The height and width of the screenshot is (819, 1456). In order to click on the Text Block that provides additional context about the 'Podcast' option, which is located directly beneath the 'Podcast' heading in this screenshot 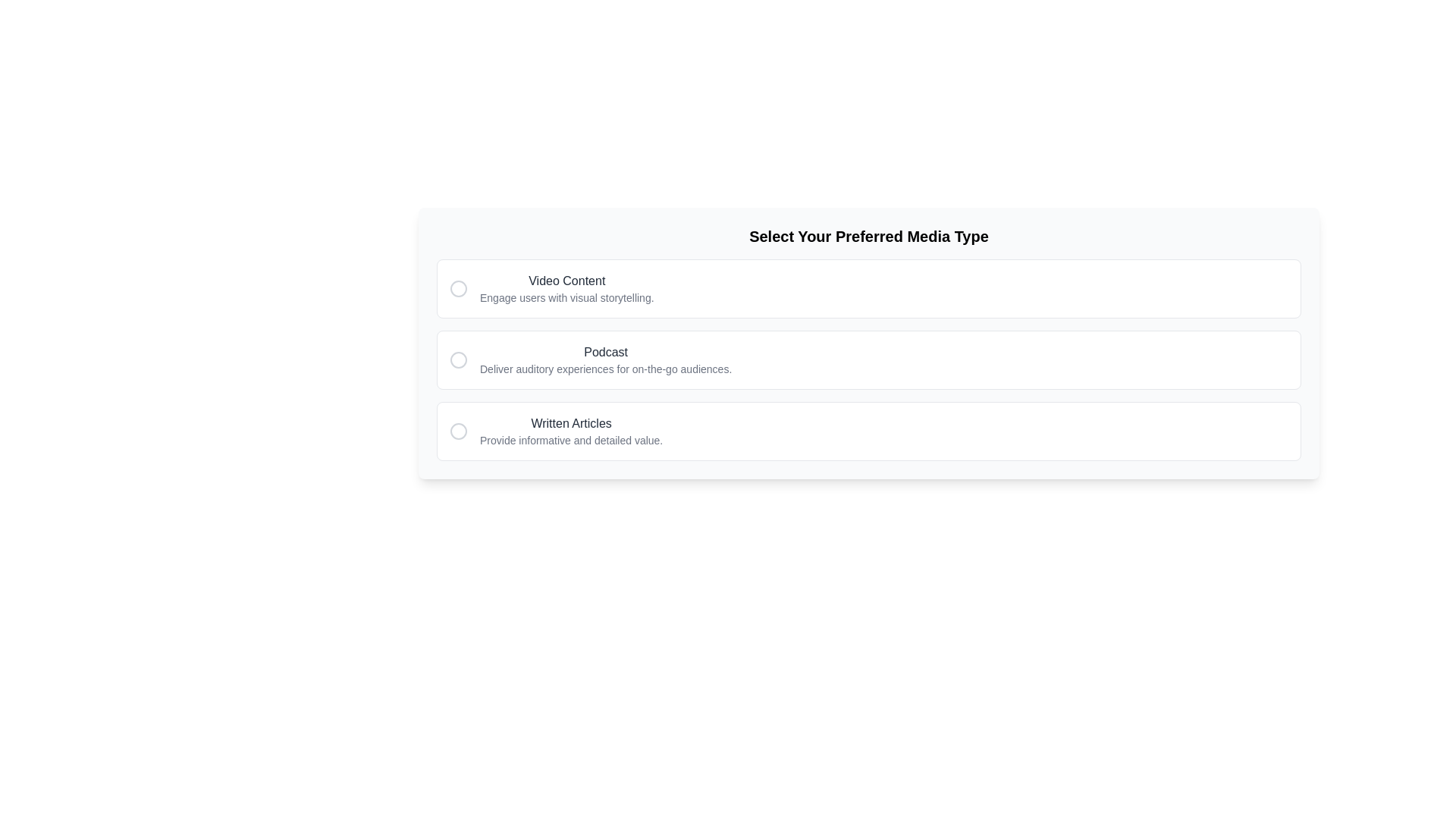, I will do `click(605, 369)`.